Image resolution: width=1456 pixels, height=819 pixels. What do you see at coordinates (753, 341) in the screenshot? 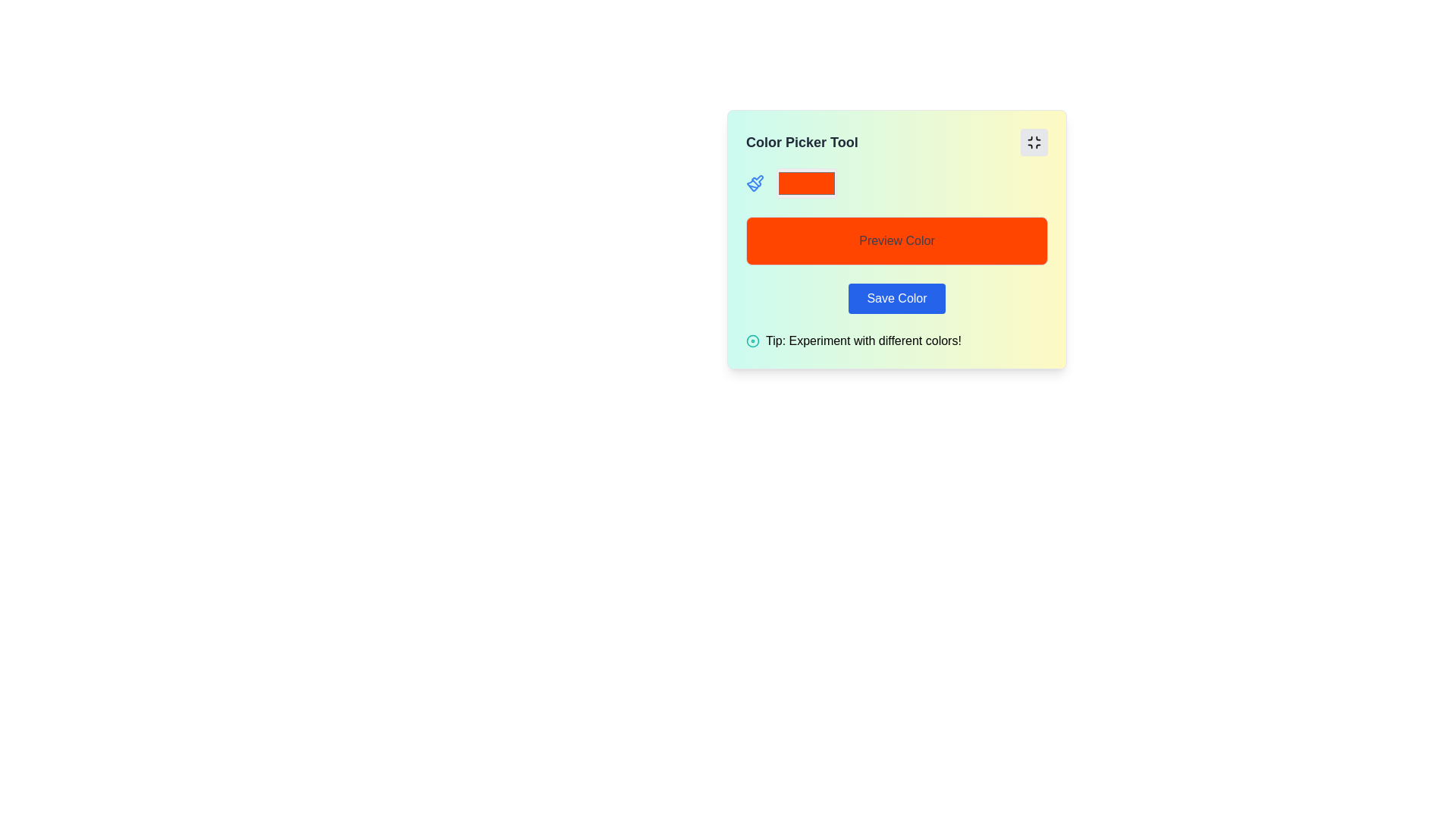
I see `the icon that serves as a visual cue indicating an important note or tip, located at the leftmost end of the grouping before the text 'Tip: Experiment with different colors!'` at bounding box center [753, 341].